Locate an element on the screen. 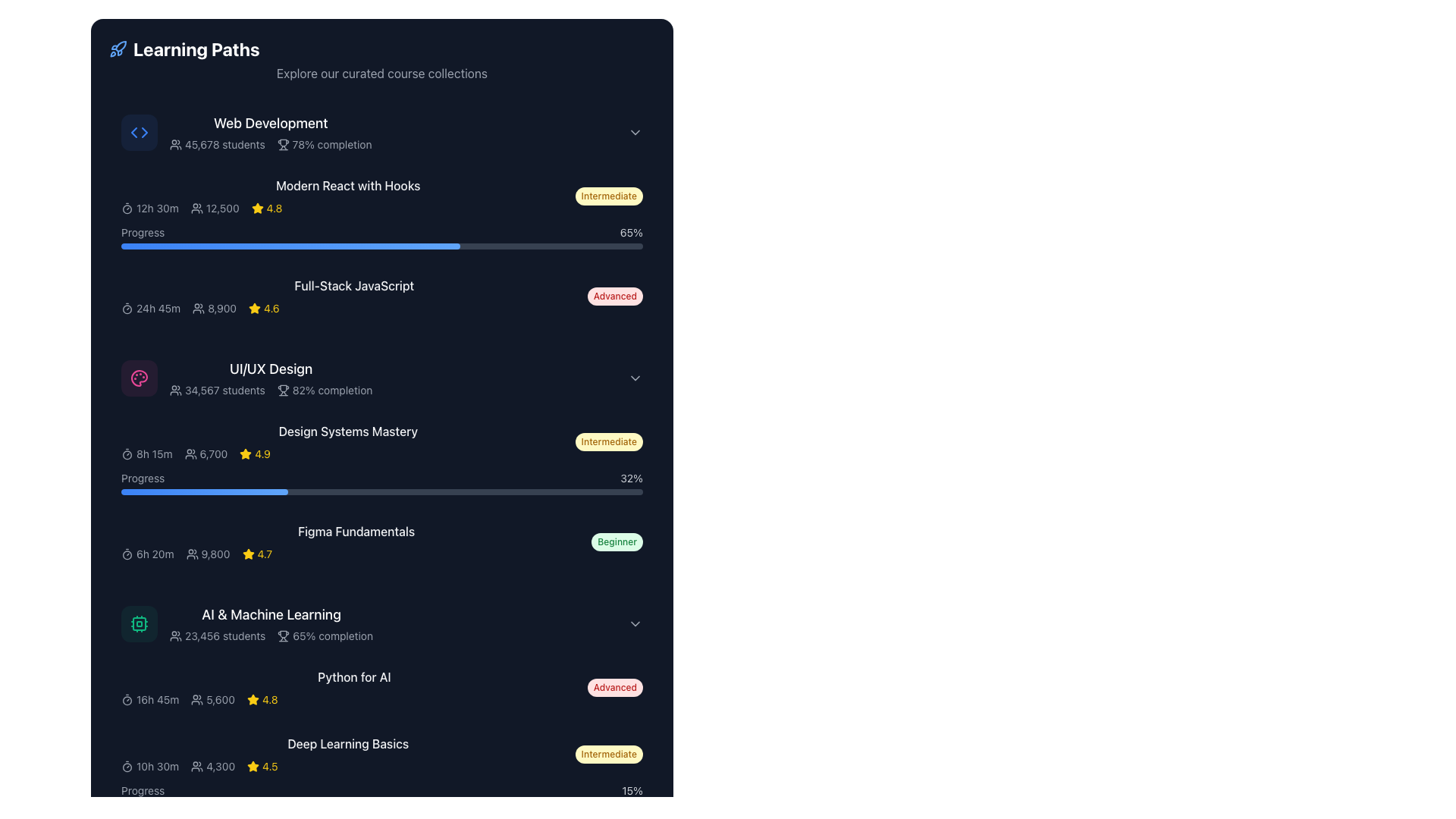  the text label indicating the name of the course 'Deep Learning Basics' located in the 'AI & Machine Learning' section, positioned towards the bottom of the visible list is located at coordinates (347, 742).